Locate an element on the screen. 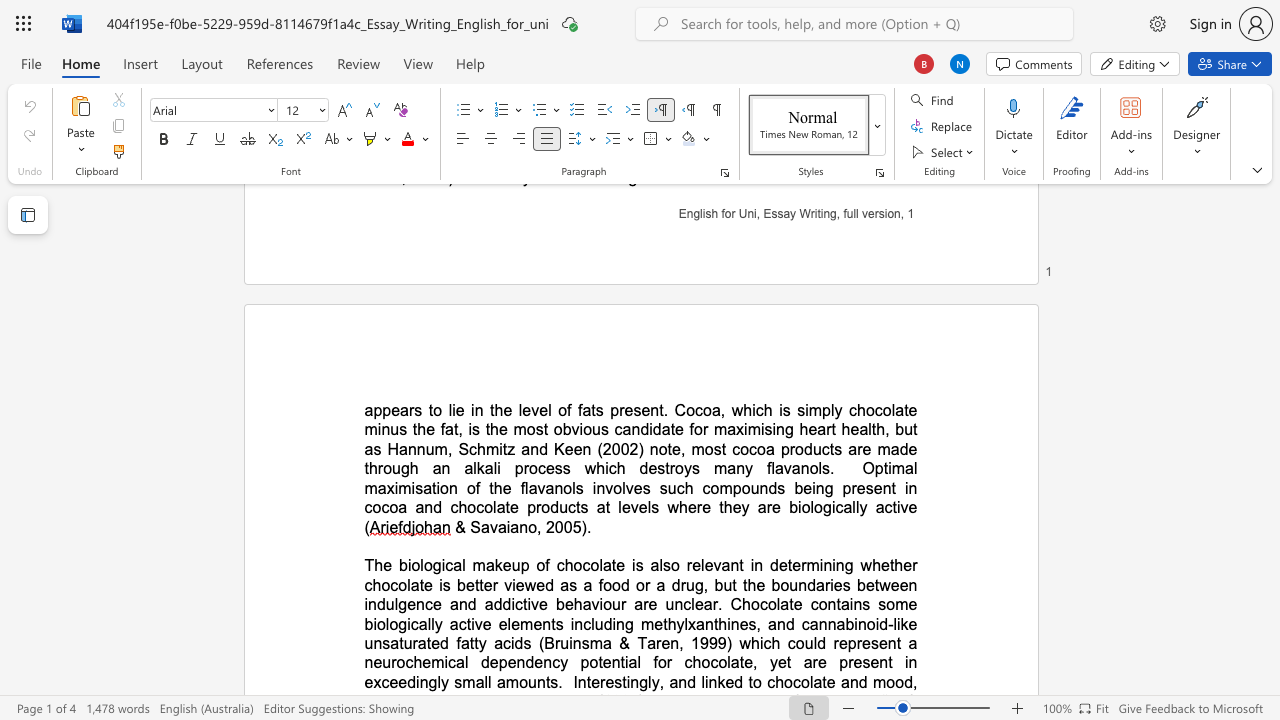 The height and width of the screenshot is (720, 1280). the 1th character "d" in the text is located at coordinates (773, 565).